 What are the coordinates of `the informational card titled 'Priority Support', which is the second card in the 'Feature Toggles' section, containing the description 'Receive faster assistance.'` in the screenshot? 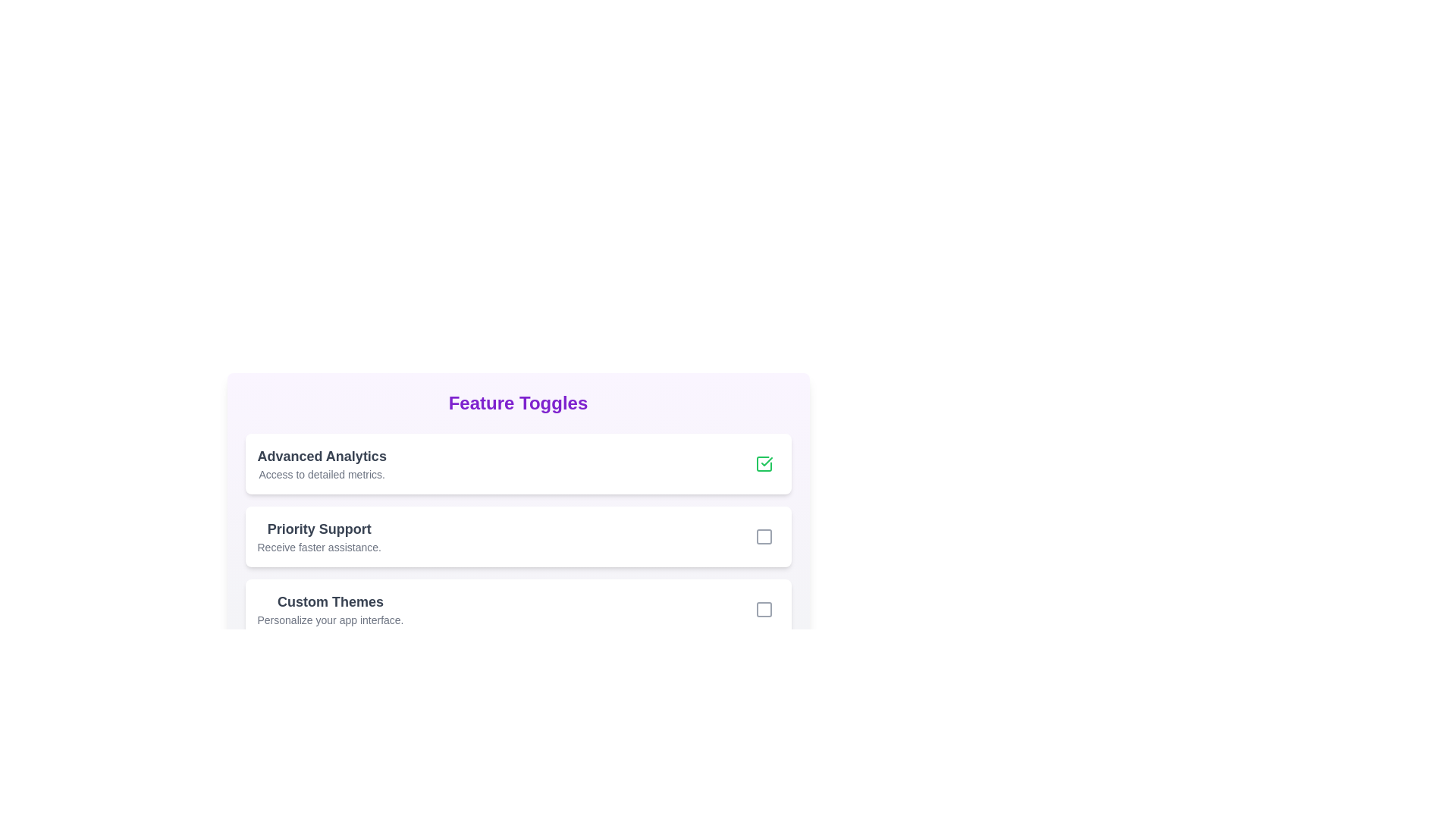 It's located at (518, 514).